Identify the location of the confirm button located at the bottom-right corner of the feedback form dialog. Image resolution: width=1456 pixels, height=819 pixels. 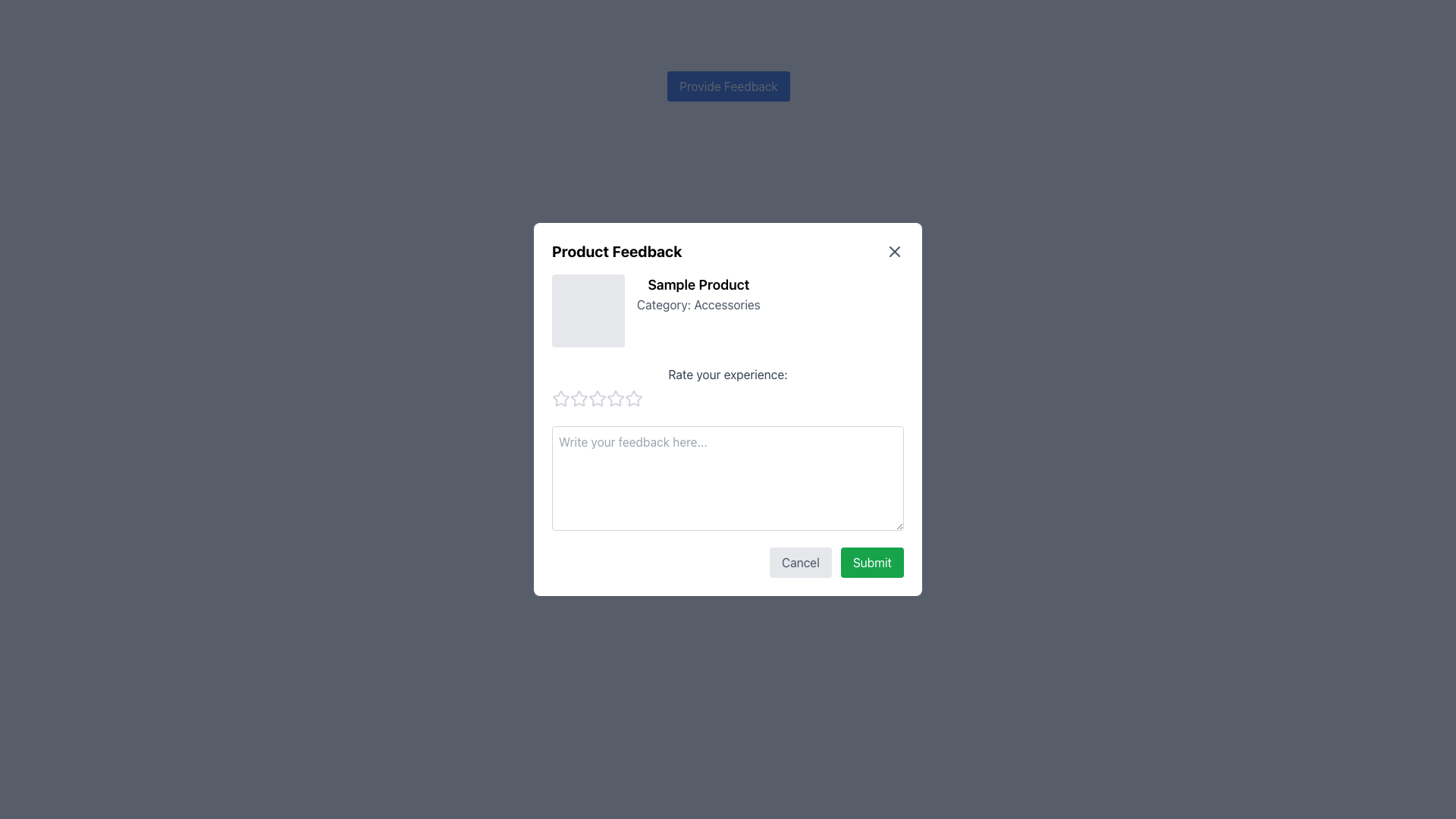
(872, 562).